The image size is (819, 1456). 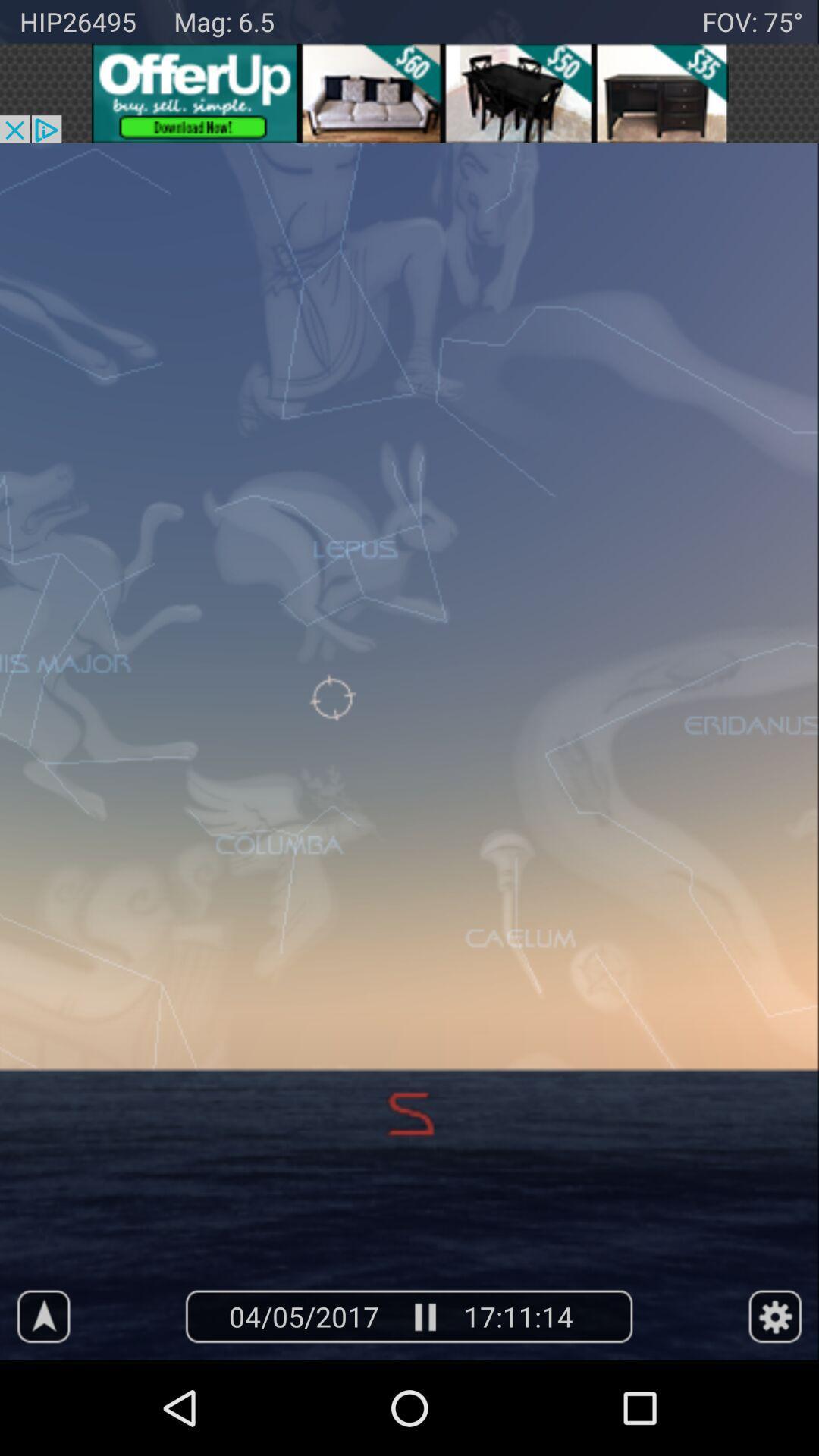 I want to click on settings, so click(x=775, y=1316).